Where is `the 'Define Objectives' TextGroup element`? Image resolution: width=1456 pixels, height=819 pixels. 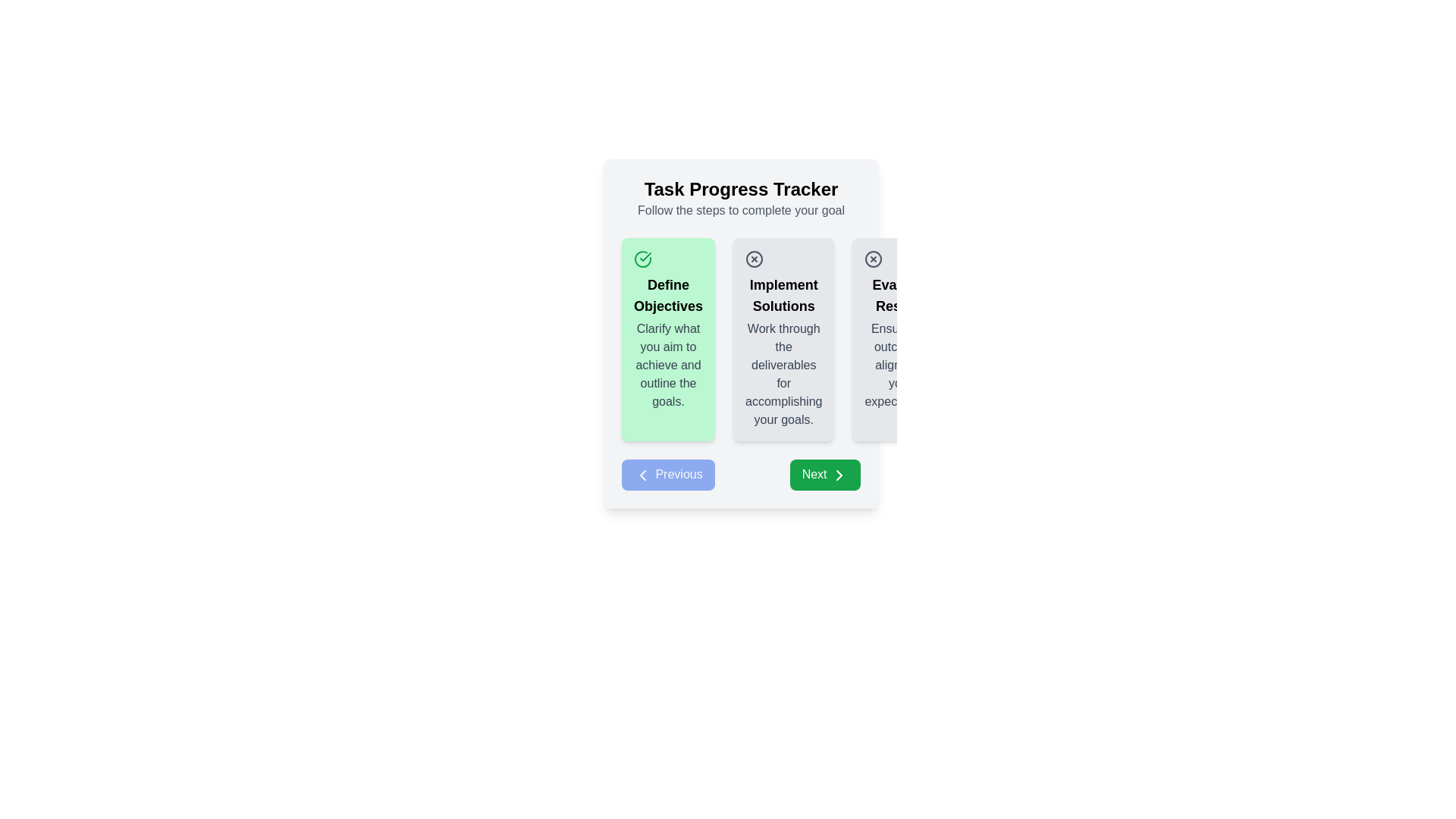 the 'Define Objectives' TextGroup element is located at coordinates (667, 329).